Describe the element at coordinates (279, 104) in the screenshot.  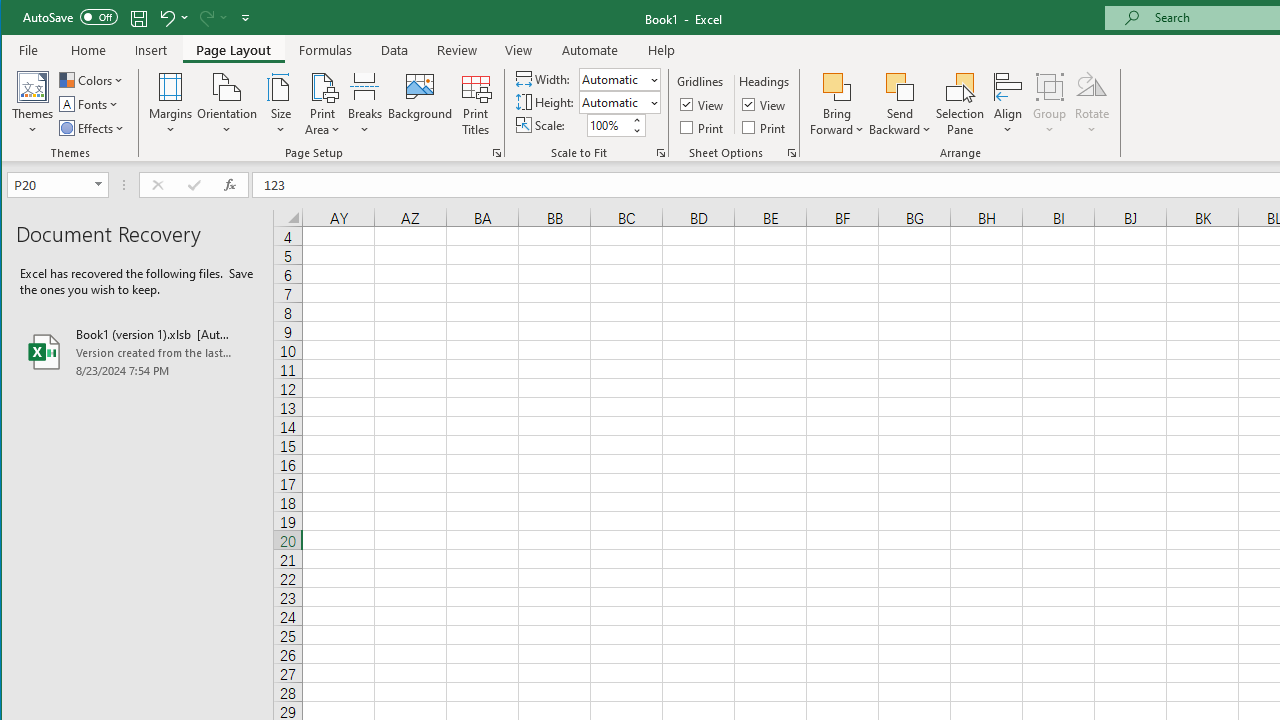
I see `'Size'` at that location.